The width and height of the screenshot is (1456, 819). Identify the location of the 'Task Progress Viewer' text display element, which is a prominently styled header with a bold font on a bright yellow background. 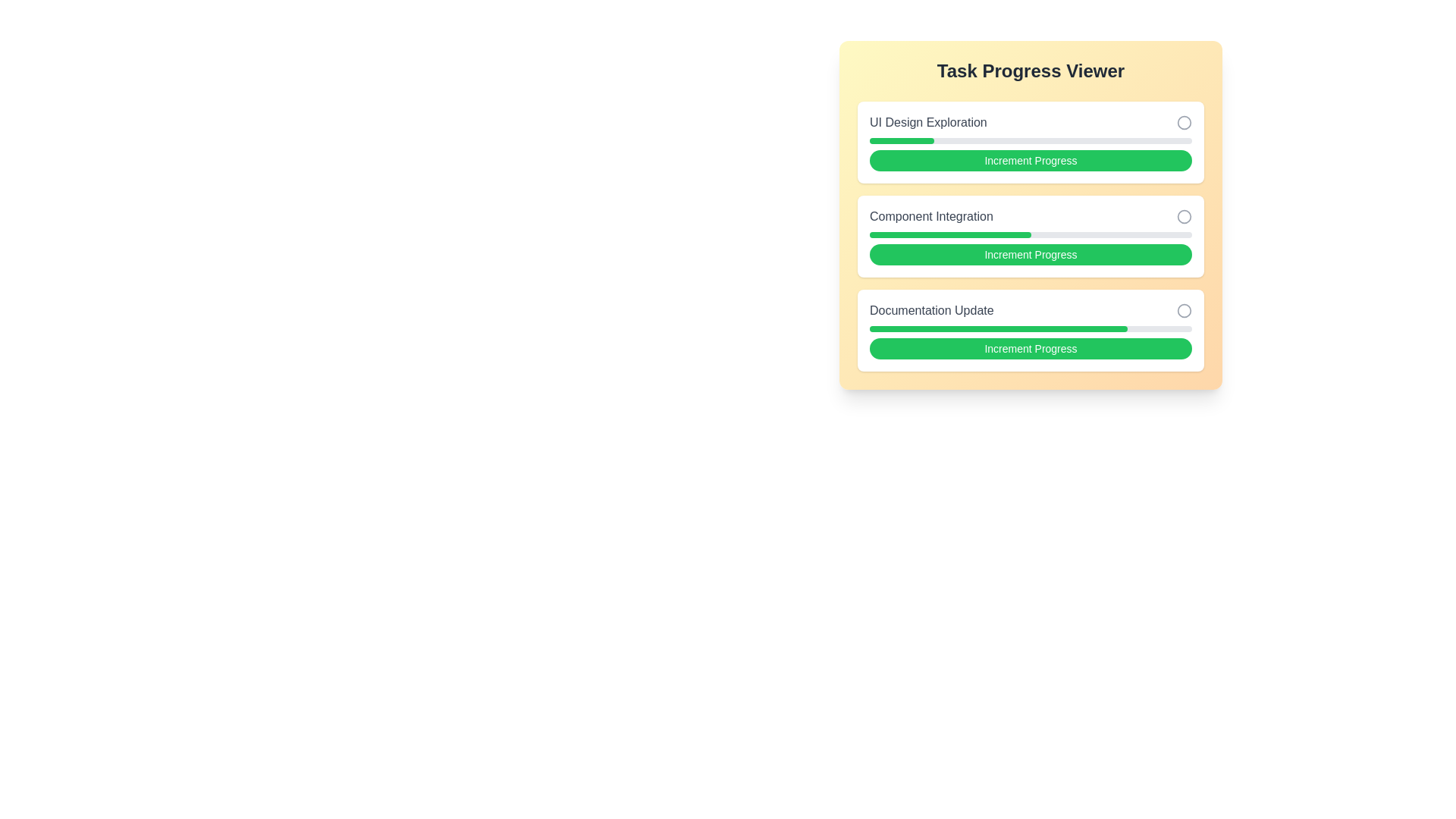
(1031, 71).